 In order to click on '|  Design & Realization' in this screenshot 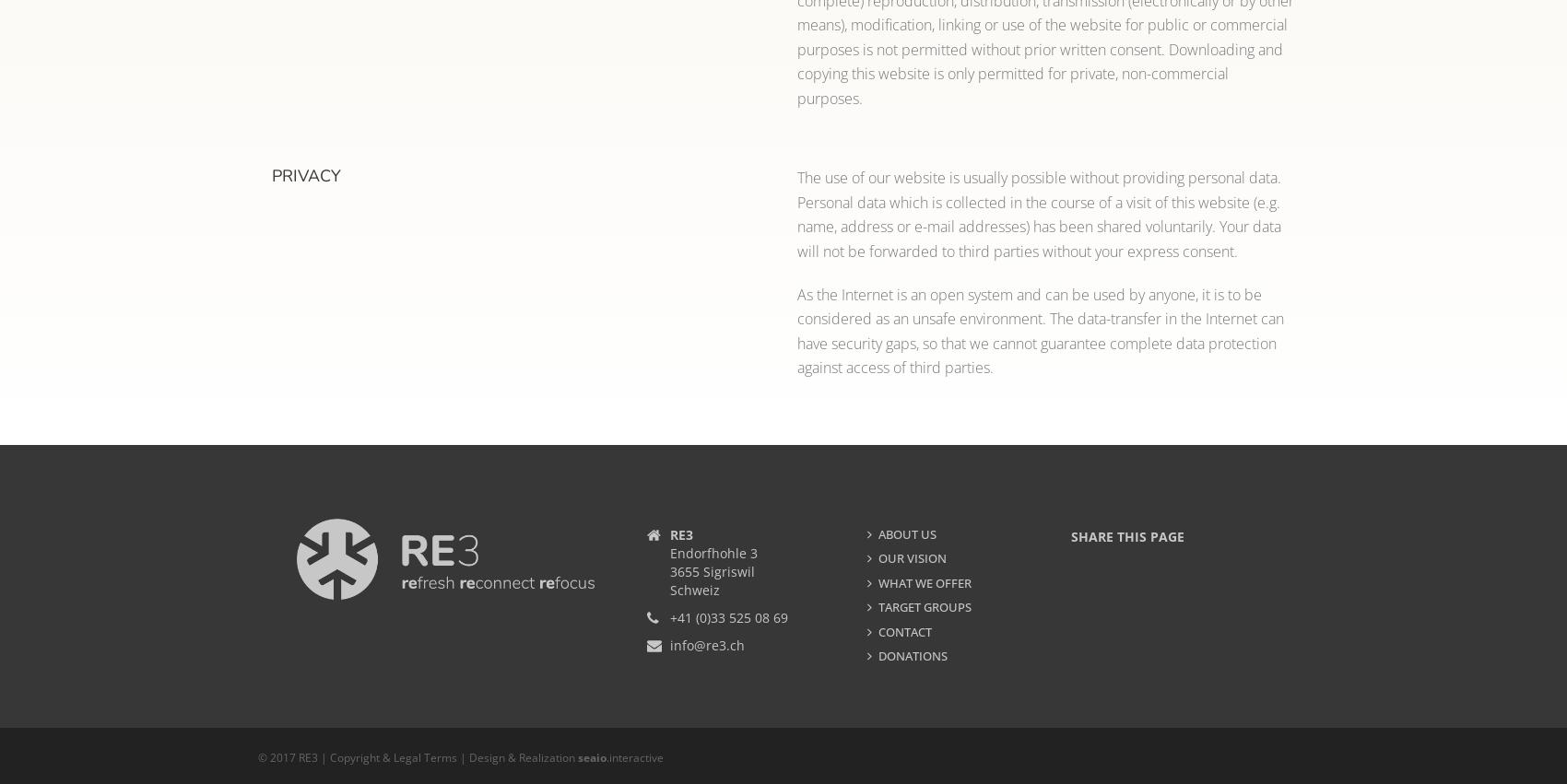, I will do `click(457, 757)`.